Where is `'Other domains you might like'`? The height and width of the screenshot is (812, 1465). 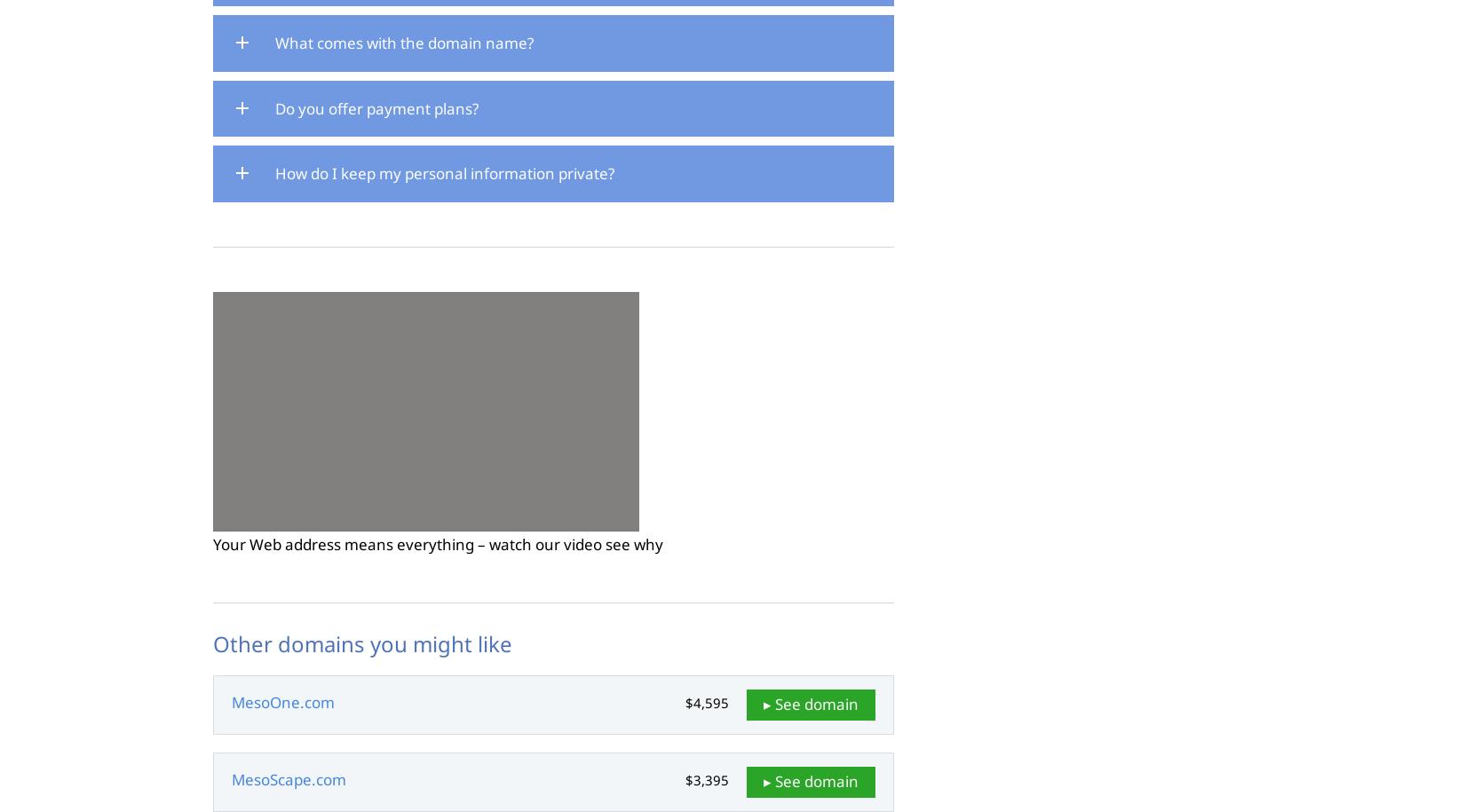 'Other domains you might like' is located at coordinates (362, 643).